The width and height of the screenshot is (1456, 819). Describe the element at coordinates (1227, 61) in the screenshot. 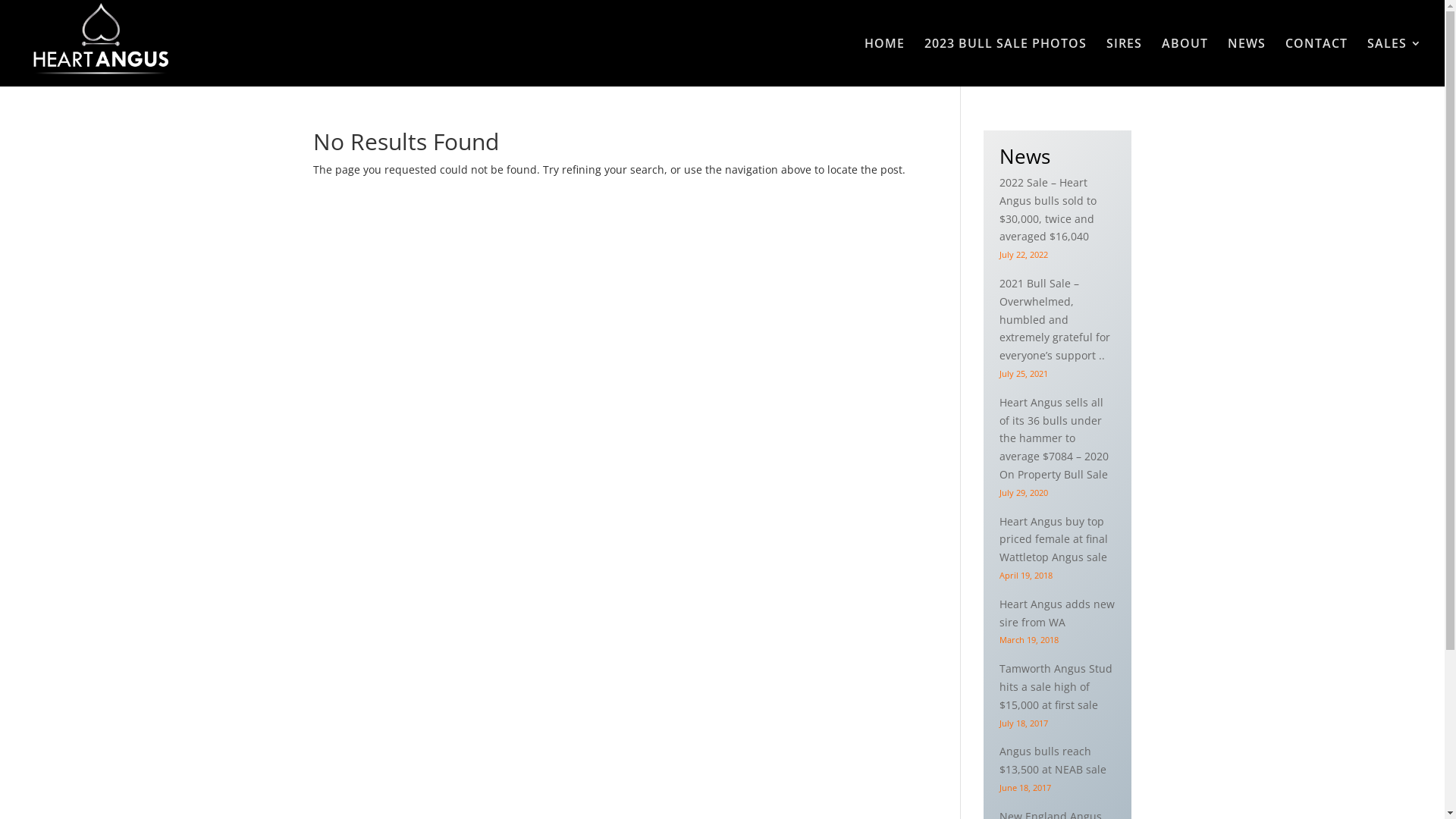

I see `'NEWS'` at that location.